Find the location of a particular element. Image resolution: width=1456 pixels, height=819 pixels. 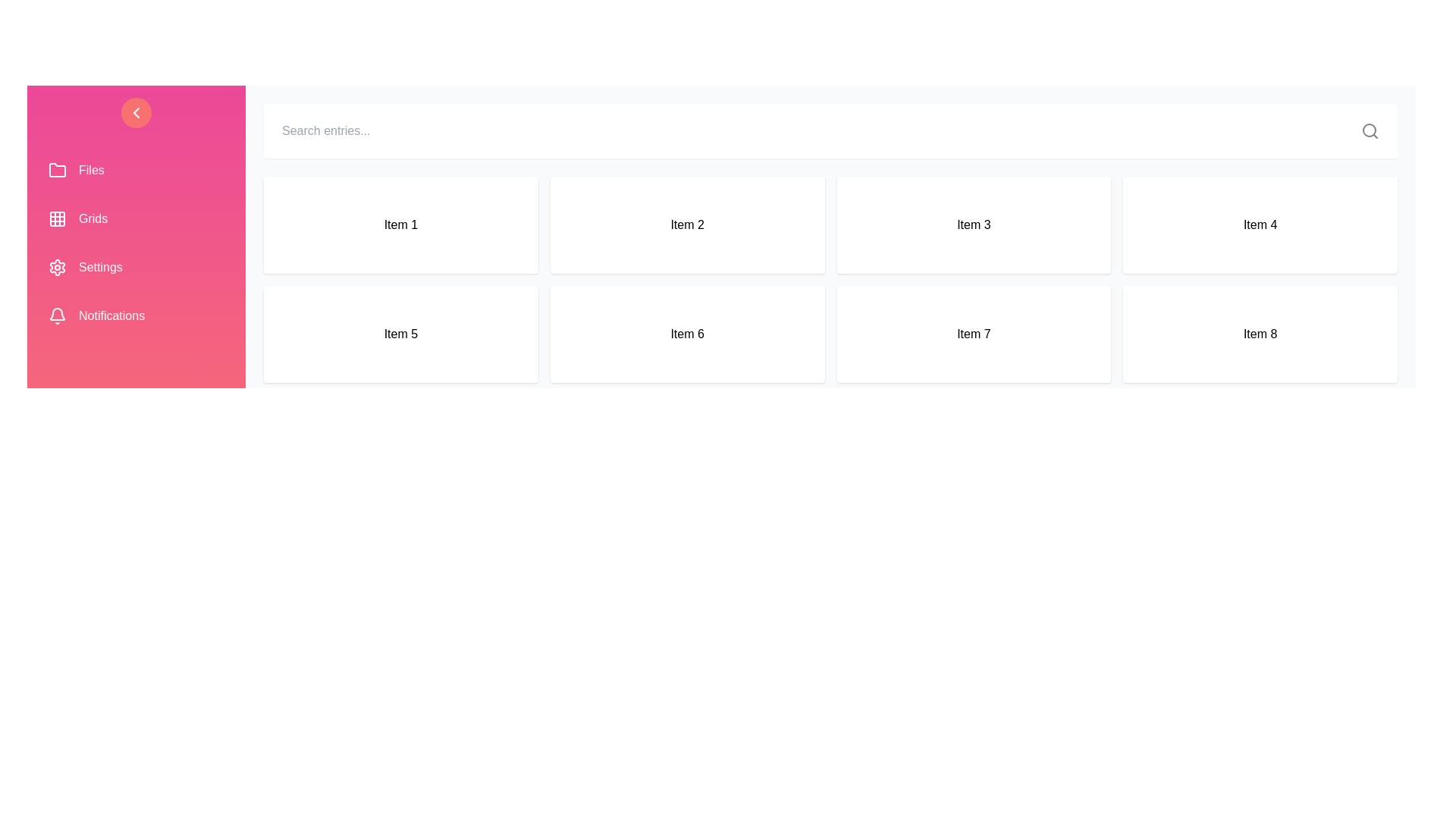

the menu item Notifications in the side drawer is located at coordinates (136, 315).